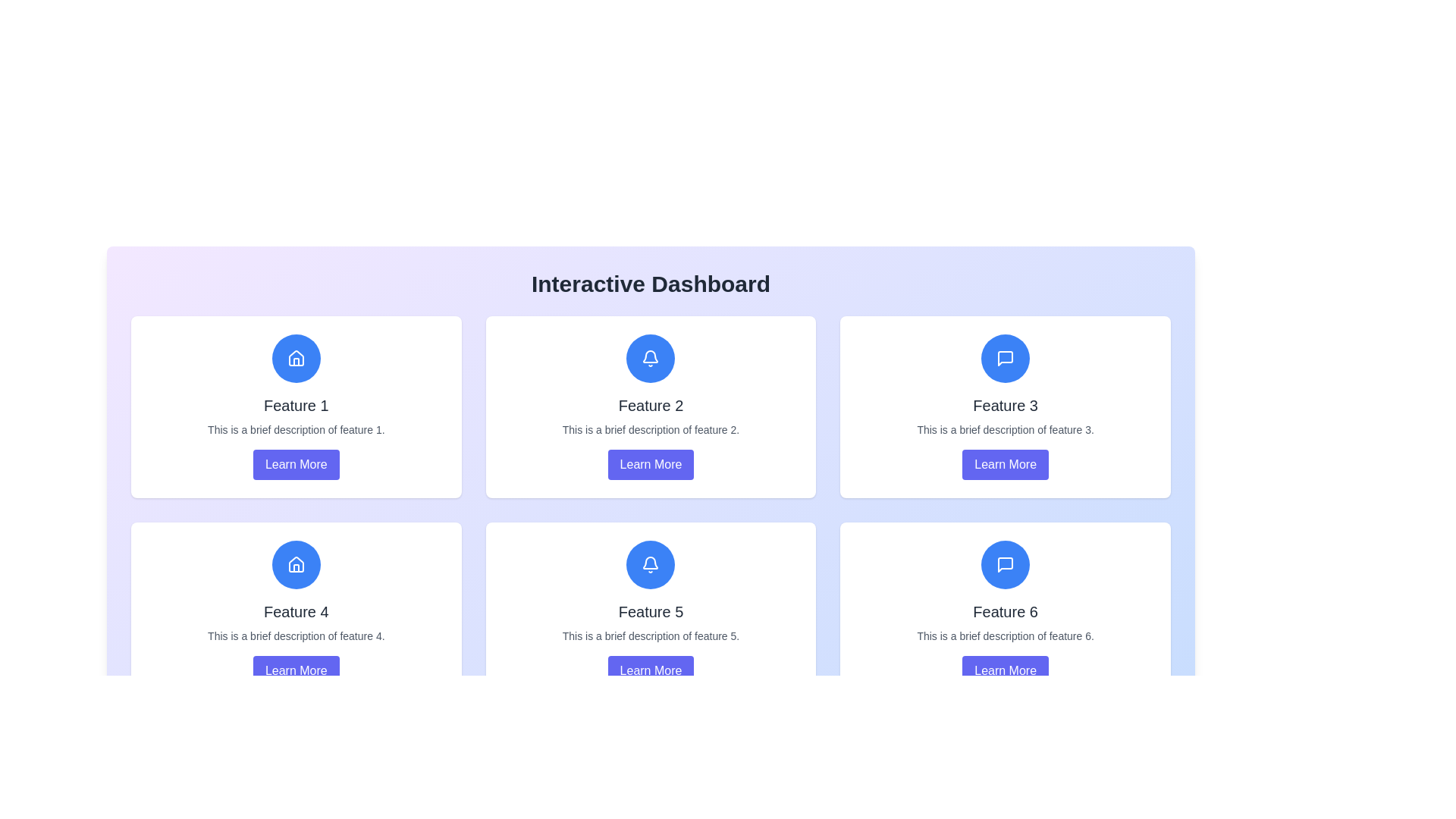 Image resolution: width=1456 pixels, height=819 pixels. Describe the element at coordinates (296, 564) in the screenshot. I see `the house icon with a blue circular background located in the first card of the 'Feature' grid` at that location.